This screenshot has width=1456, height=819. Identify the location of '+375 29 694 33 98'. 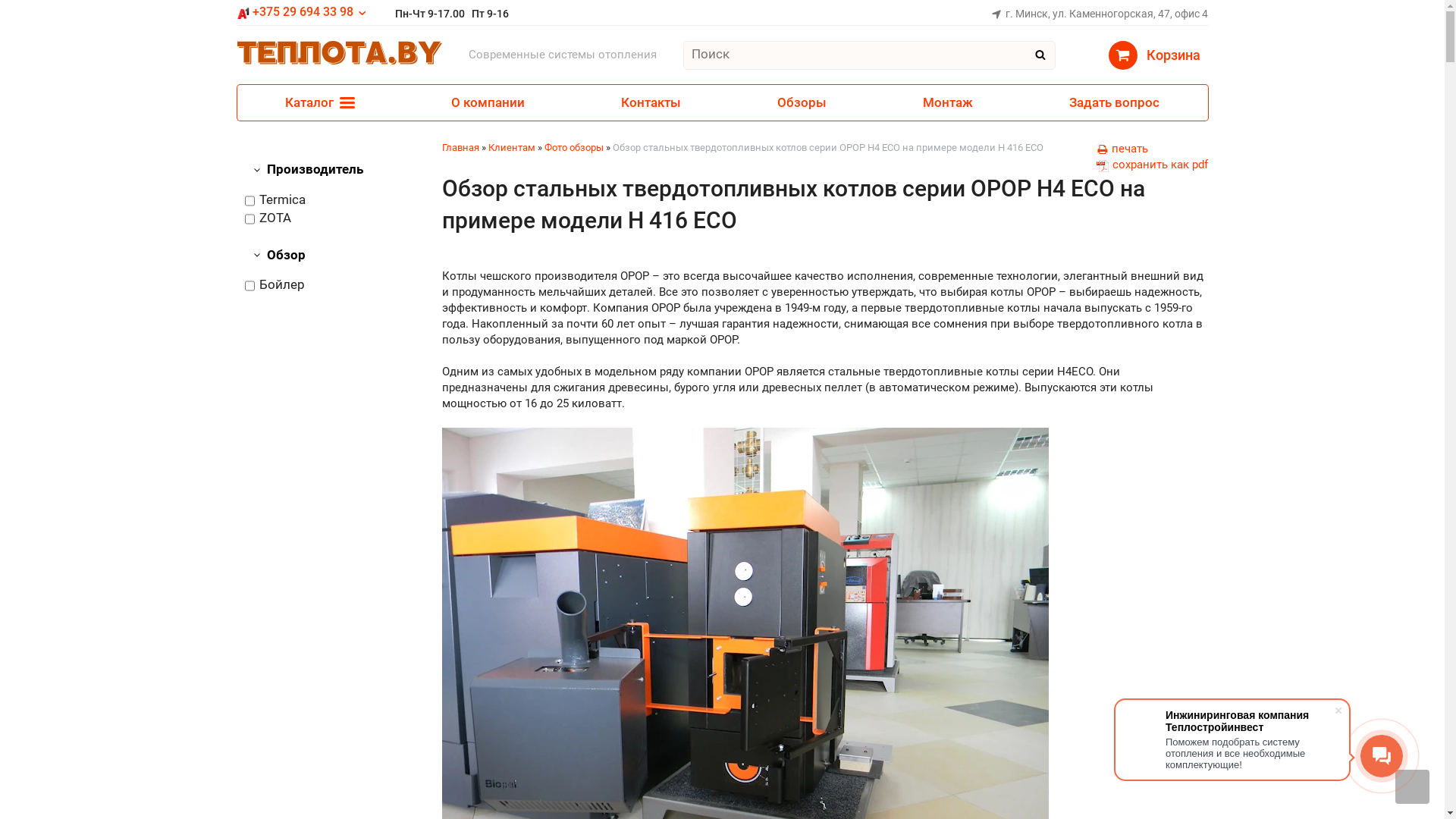
(302, 11).